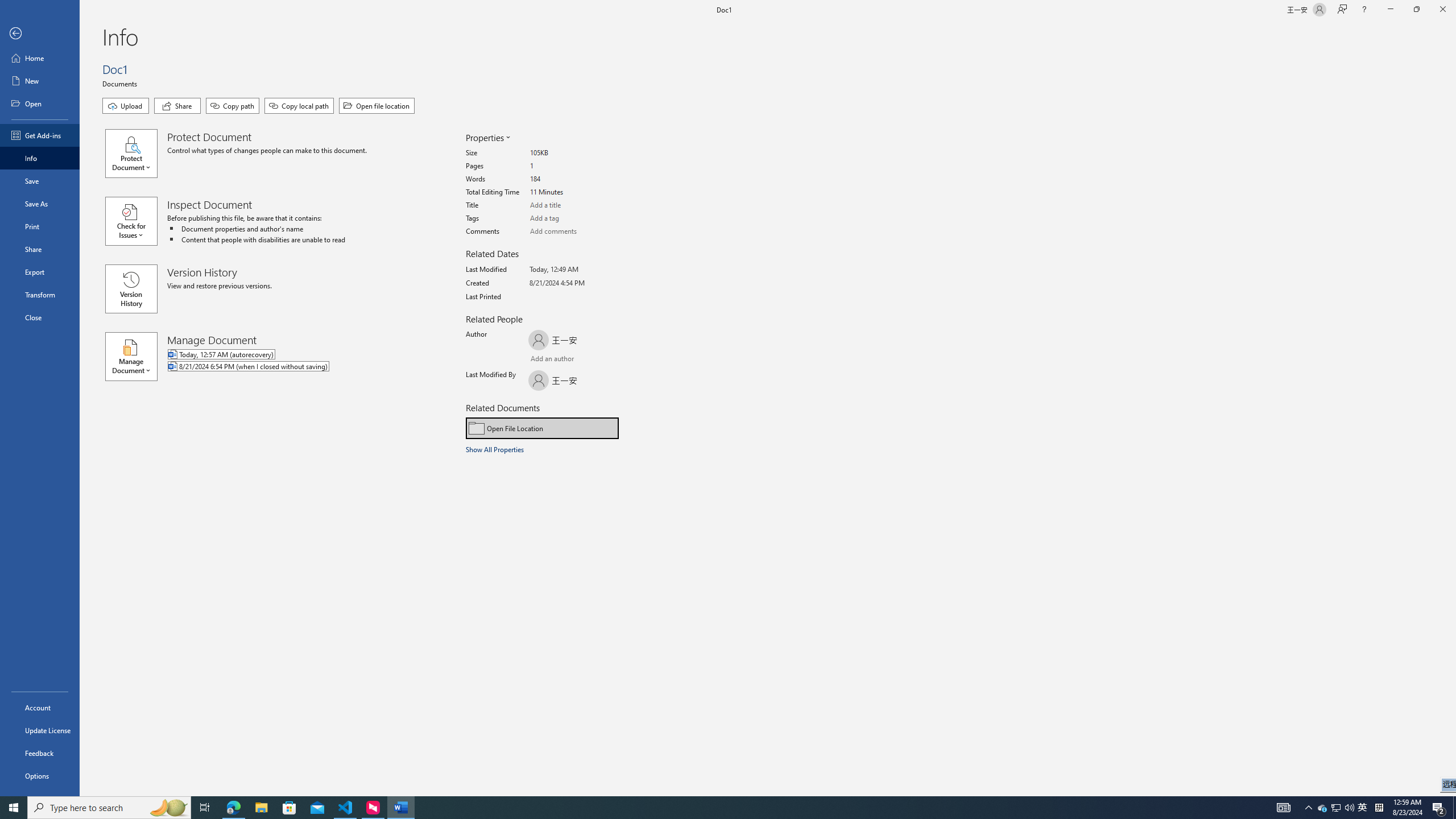  I want to click on 'Upload', so click(125, 105).